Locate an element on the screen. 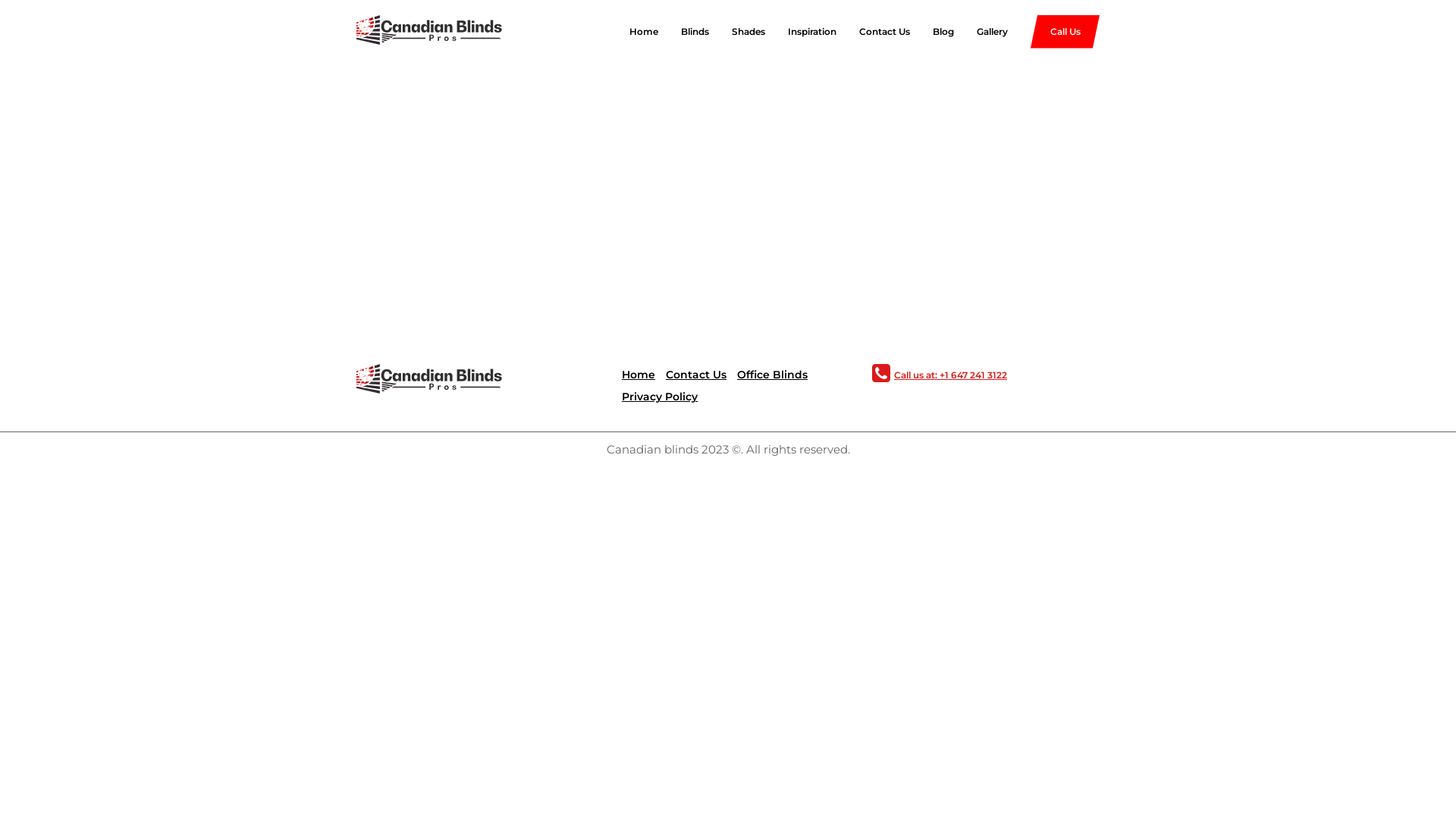 This screenshot has width=1456, height=819. 'Blog' is located at coordinates (910, 32).